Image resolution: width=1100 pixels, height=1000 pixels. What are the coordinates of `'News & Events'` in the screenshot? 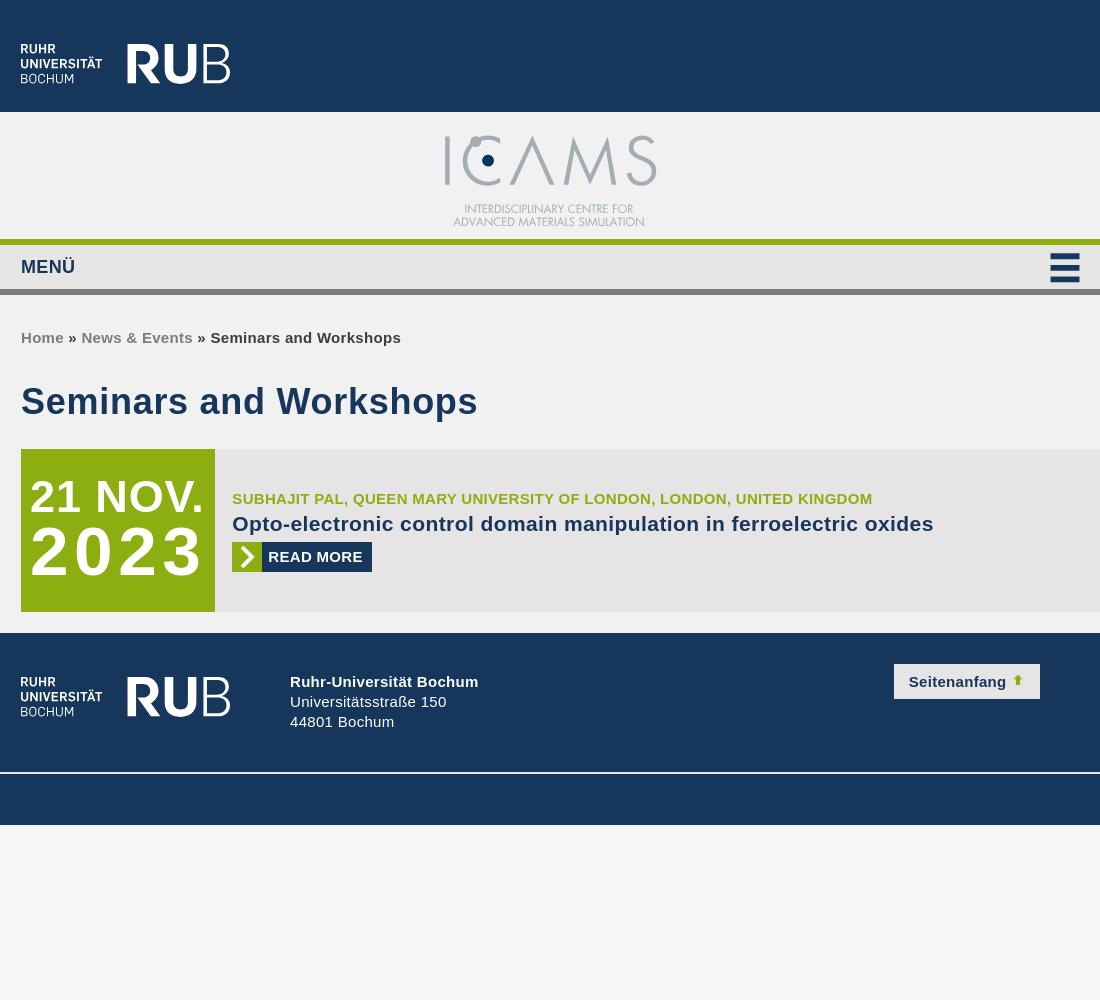 It's located at (136, 336).